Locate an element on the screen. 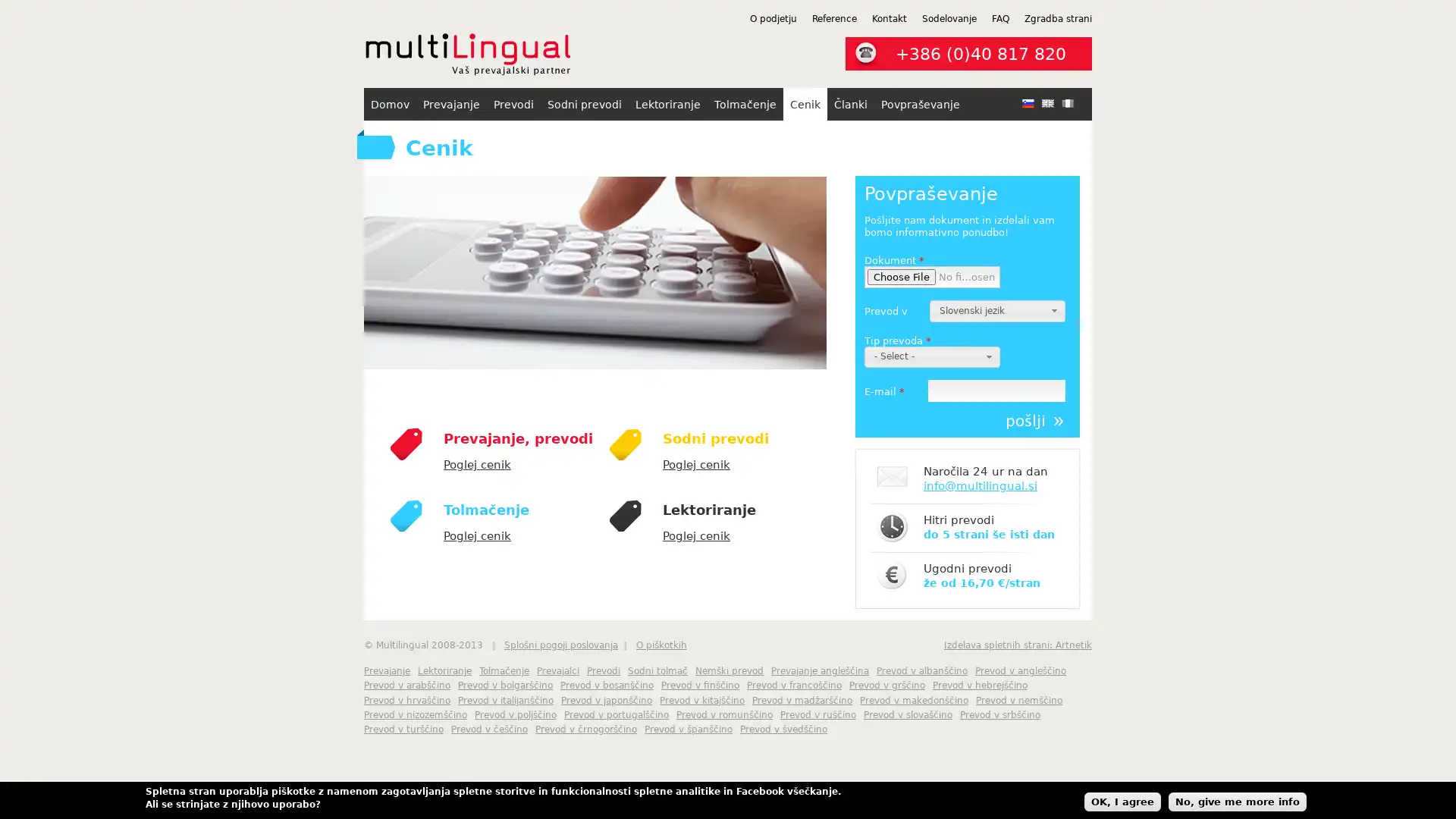 The image size is (1456, 819). OK, I agree is located at coordinates (1122, 800).